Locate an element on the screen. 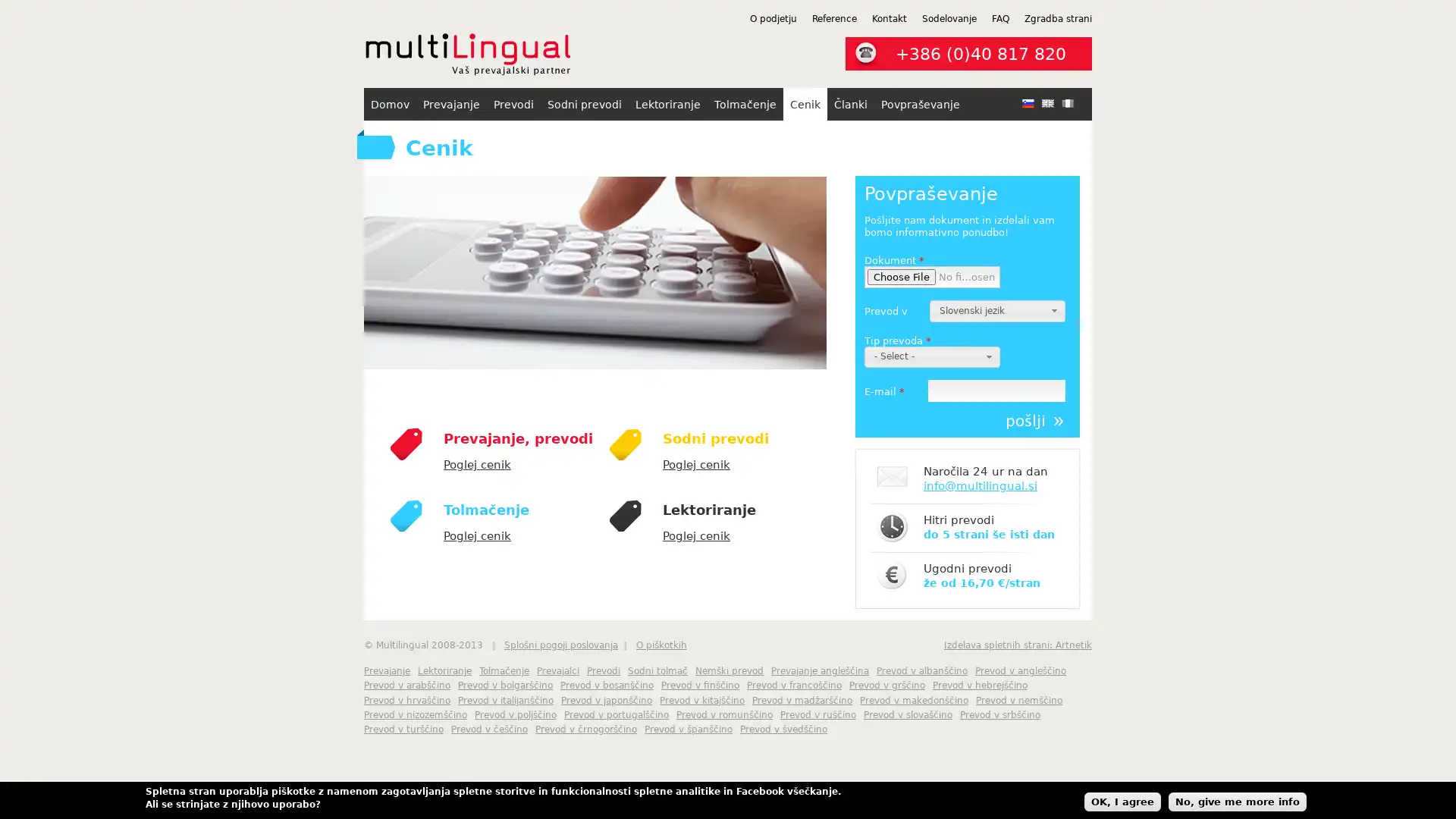 The image size is (1456, 819). OK, I agree is located at coordinates (1122, 800).